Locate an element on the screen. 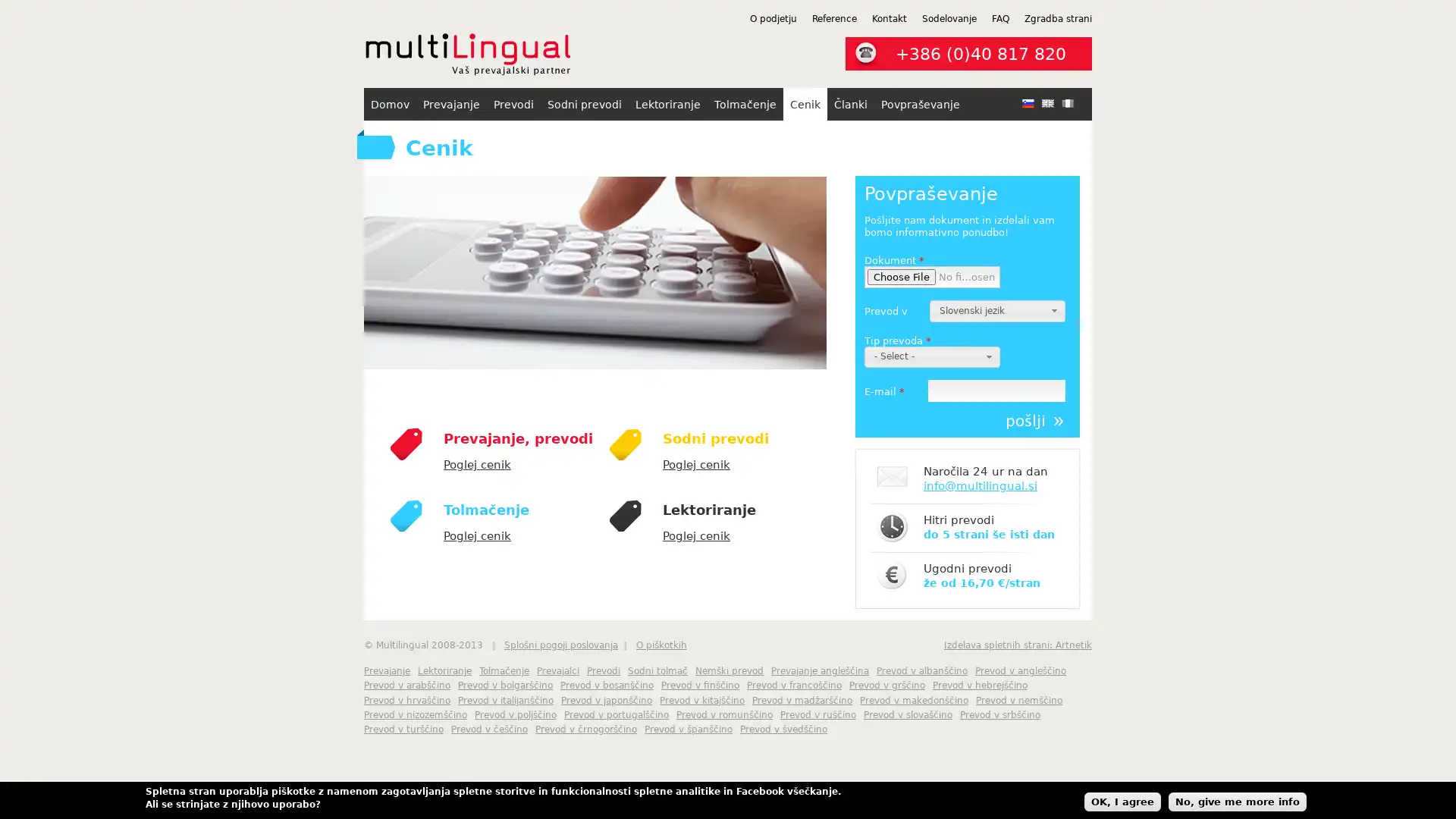 The image size is (1456, 819). OK, I agree is located at coordinates (1122, 800).